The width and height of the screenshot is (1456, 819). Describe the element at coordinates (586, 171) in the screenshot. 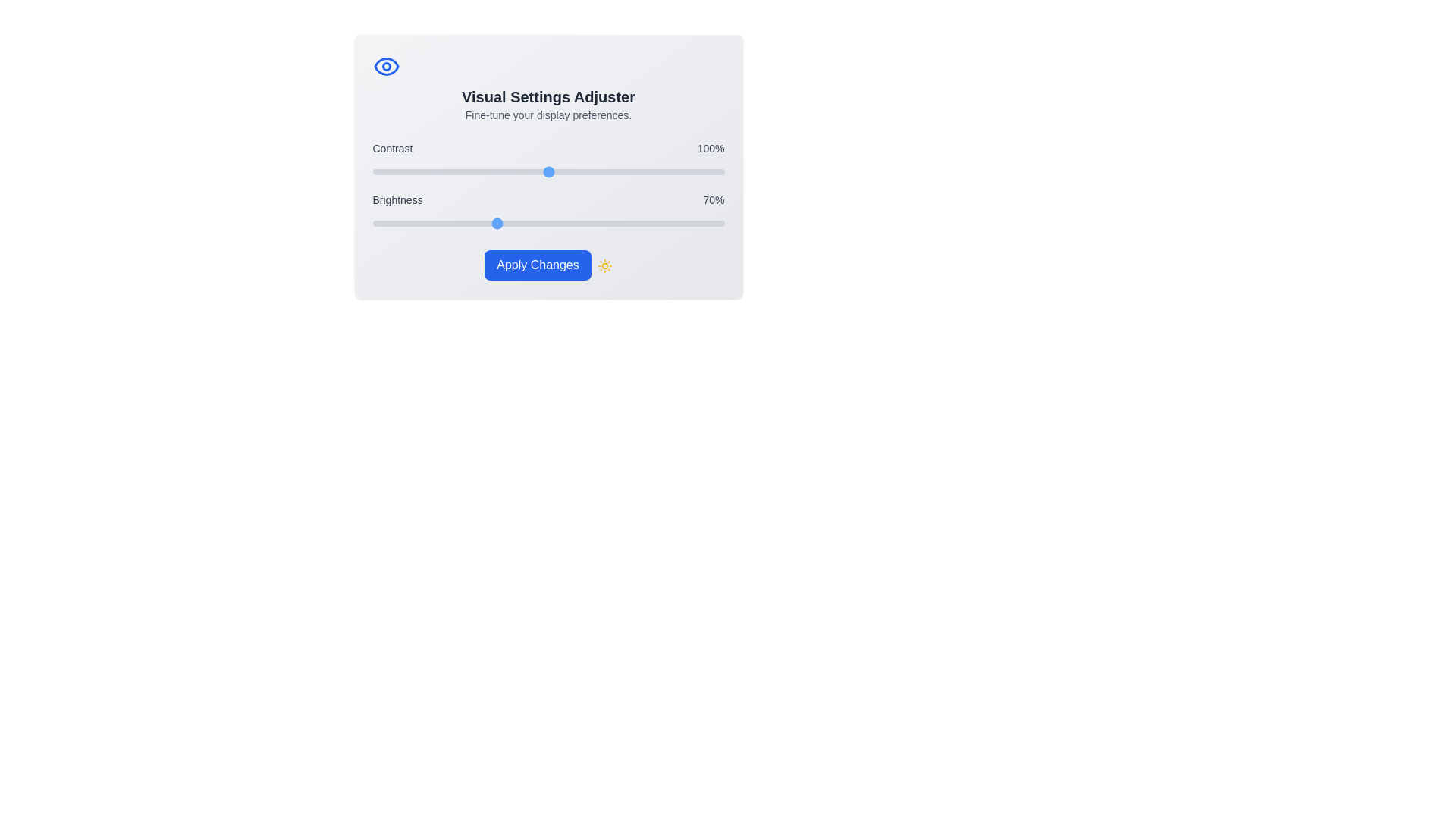

I see `the 'Contrast' slider to 122% by dragging the slider to the corresponding position` at that location.